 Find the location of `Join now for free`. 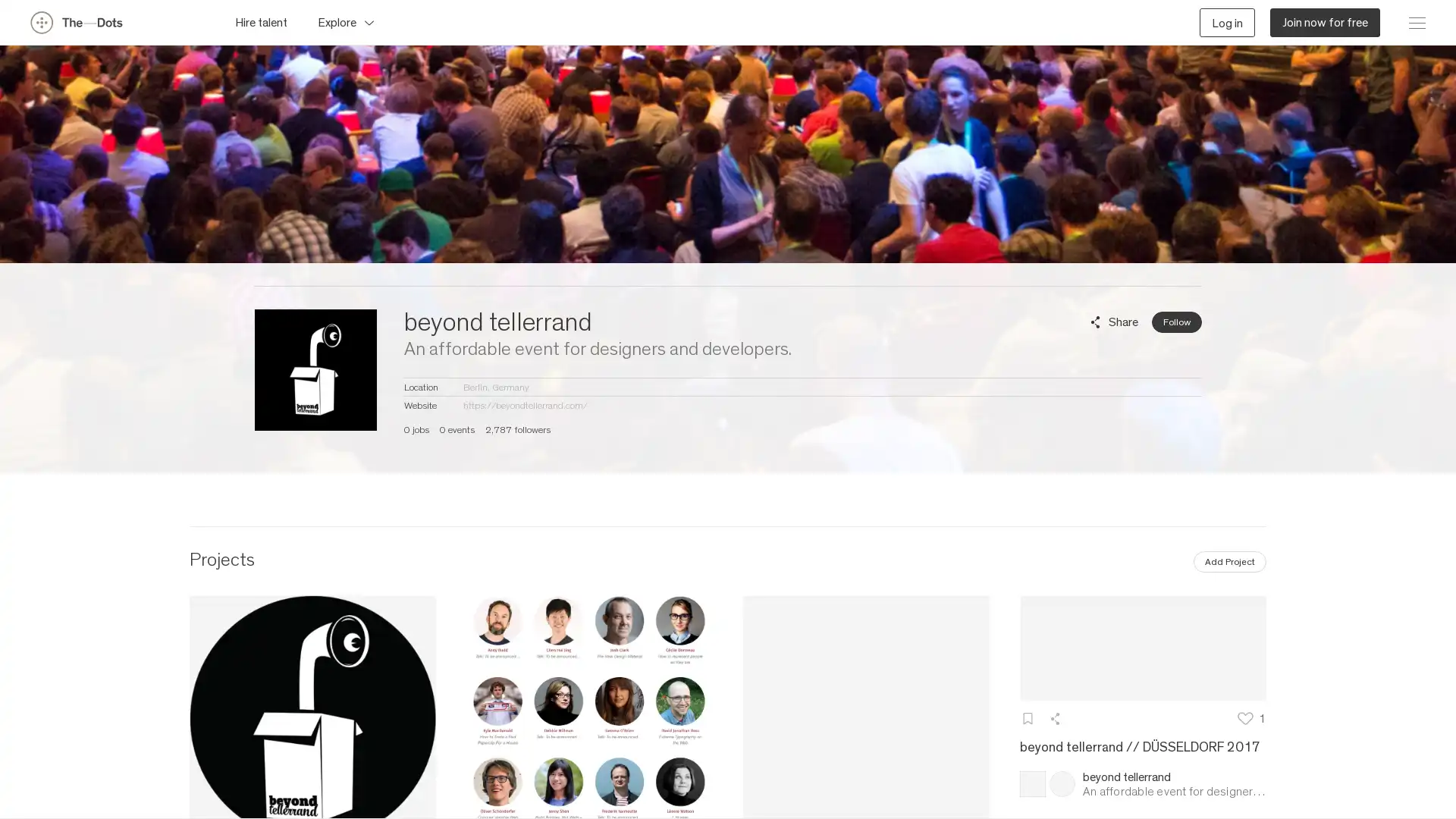

Join now for free is located at coordinates (1324, 22).